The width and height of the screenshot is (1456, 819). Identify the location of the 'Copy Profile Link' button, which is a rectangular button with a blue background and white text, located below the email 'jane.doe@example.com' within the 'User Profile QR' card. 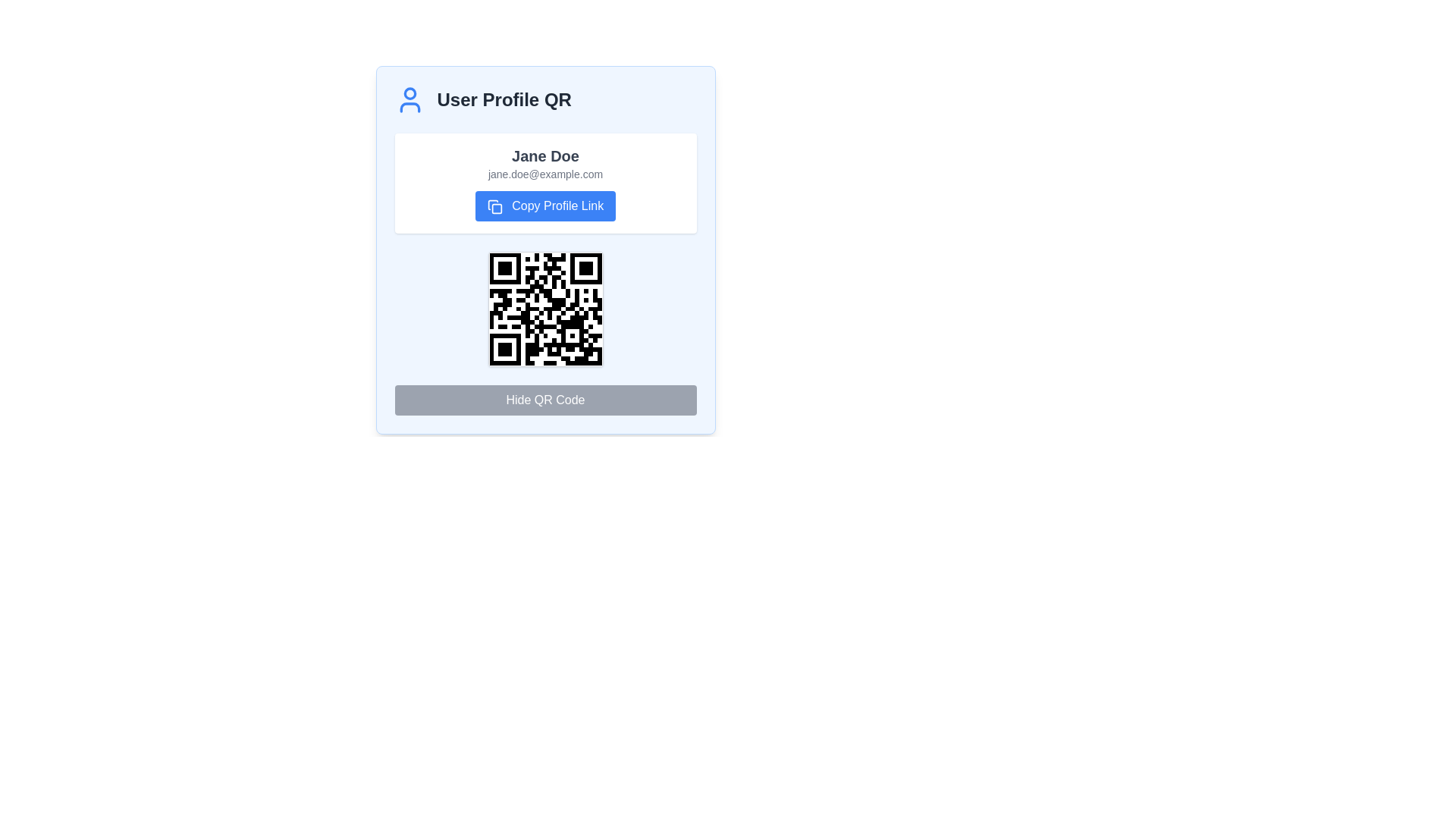
(545, 206).